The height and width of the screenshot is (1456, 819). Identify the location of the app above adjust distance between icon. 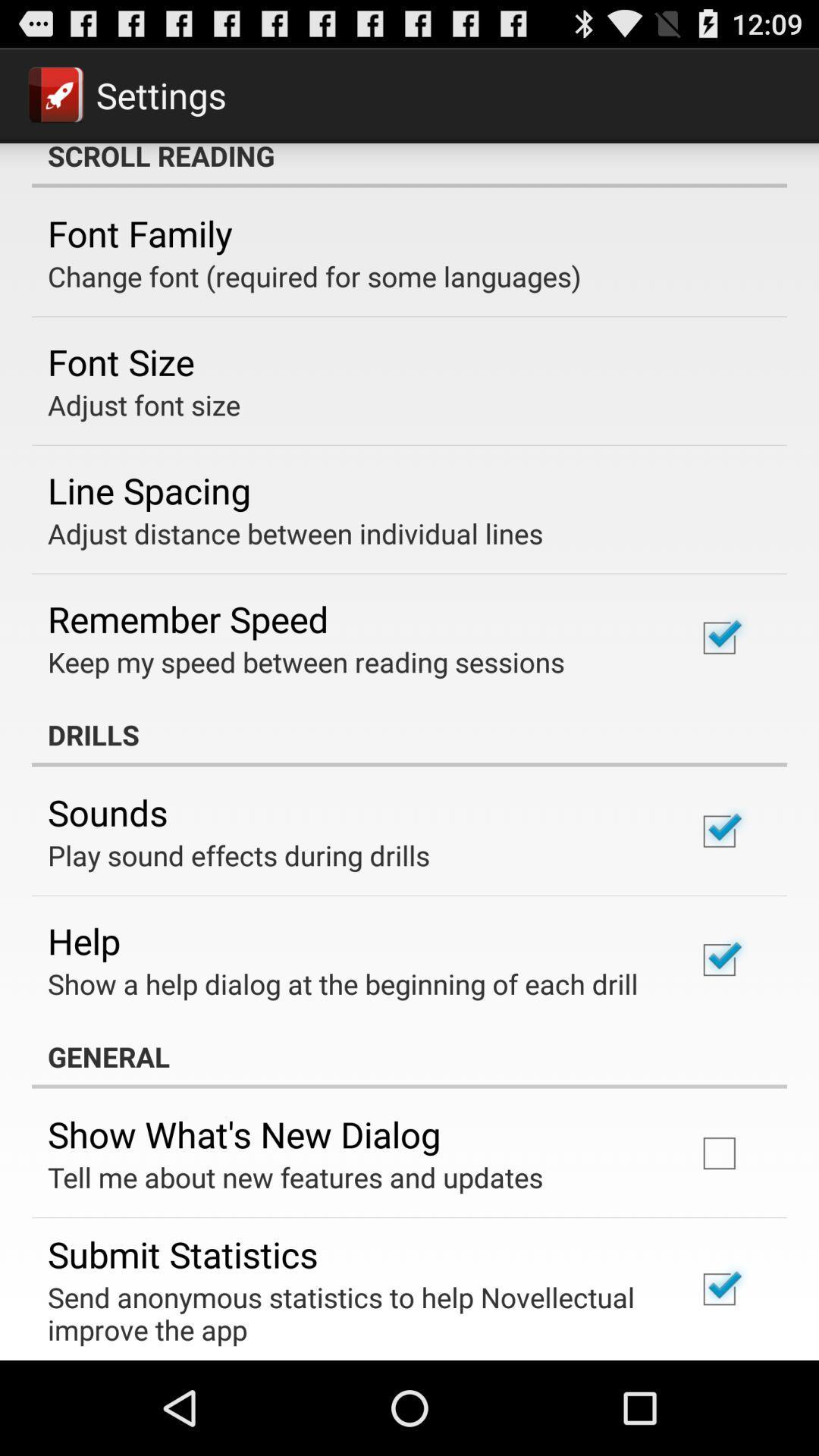
(149, 490).